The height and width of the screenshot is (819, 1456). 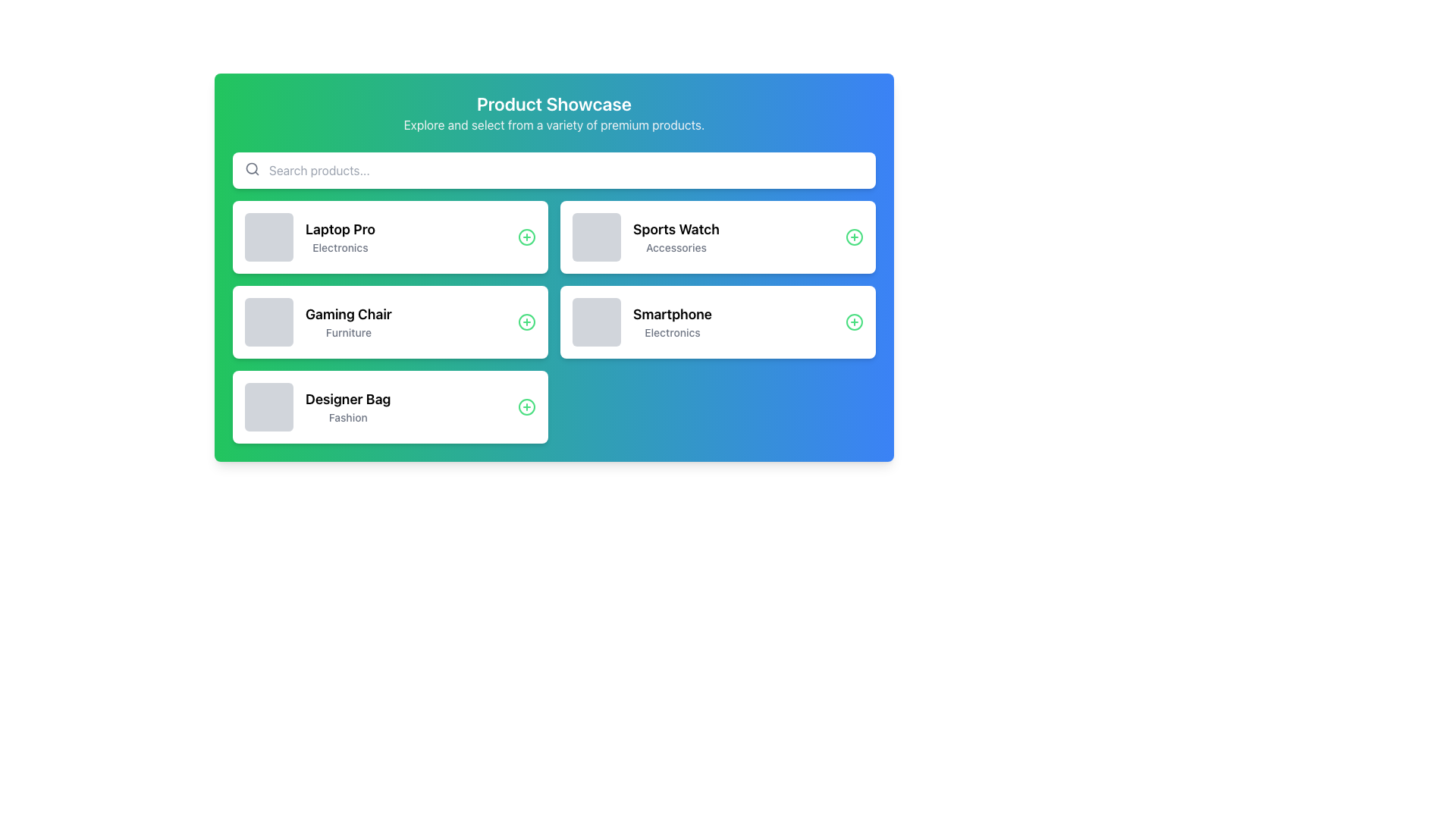 I want to click on the informational label displaying 'Smartphone' in bold black font and 'Electronics' in gray font, located in the second column of the second row of the product grid, so click(x=642, y=321).